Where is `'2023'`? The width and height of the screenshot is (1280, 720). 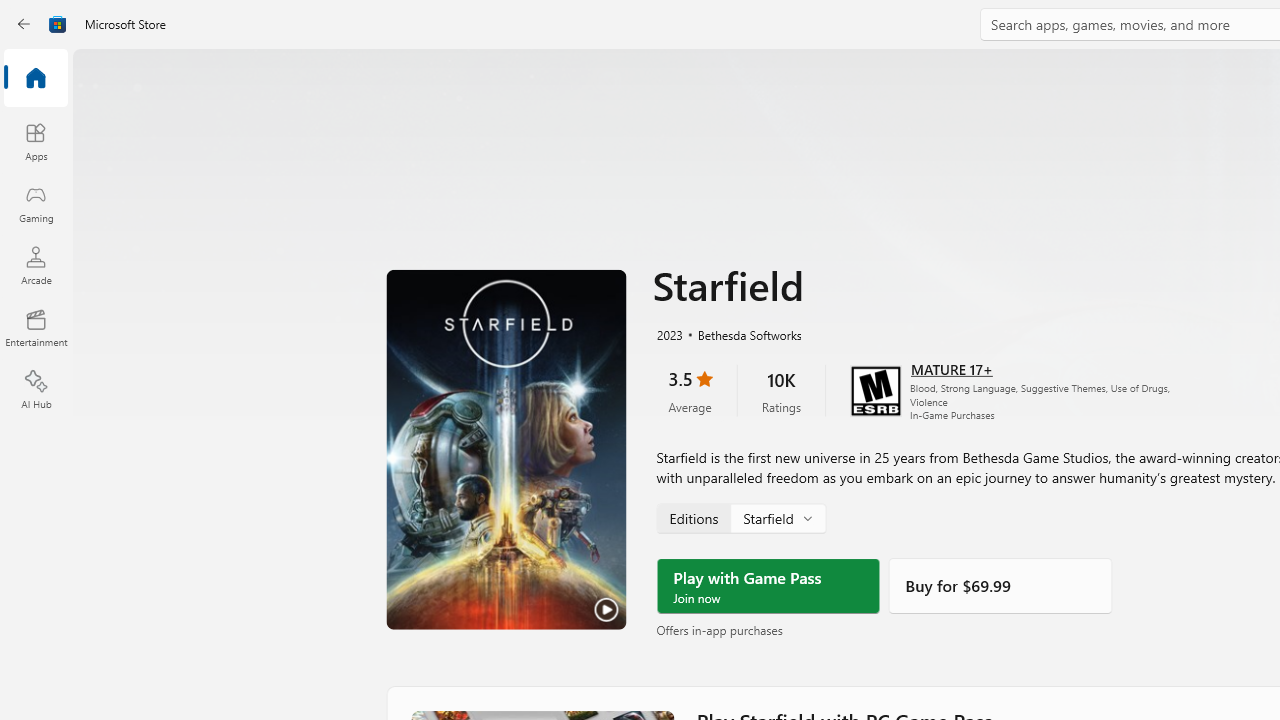
'2023' is located at coordinates (668, 332).